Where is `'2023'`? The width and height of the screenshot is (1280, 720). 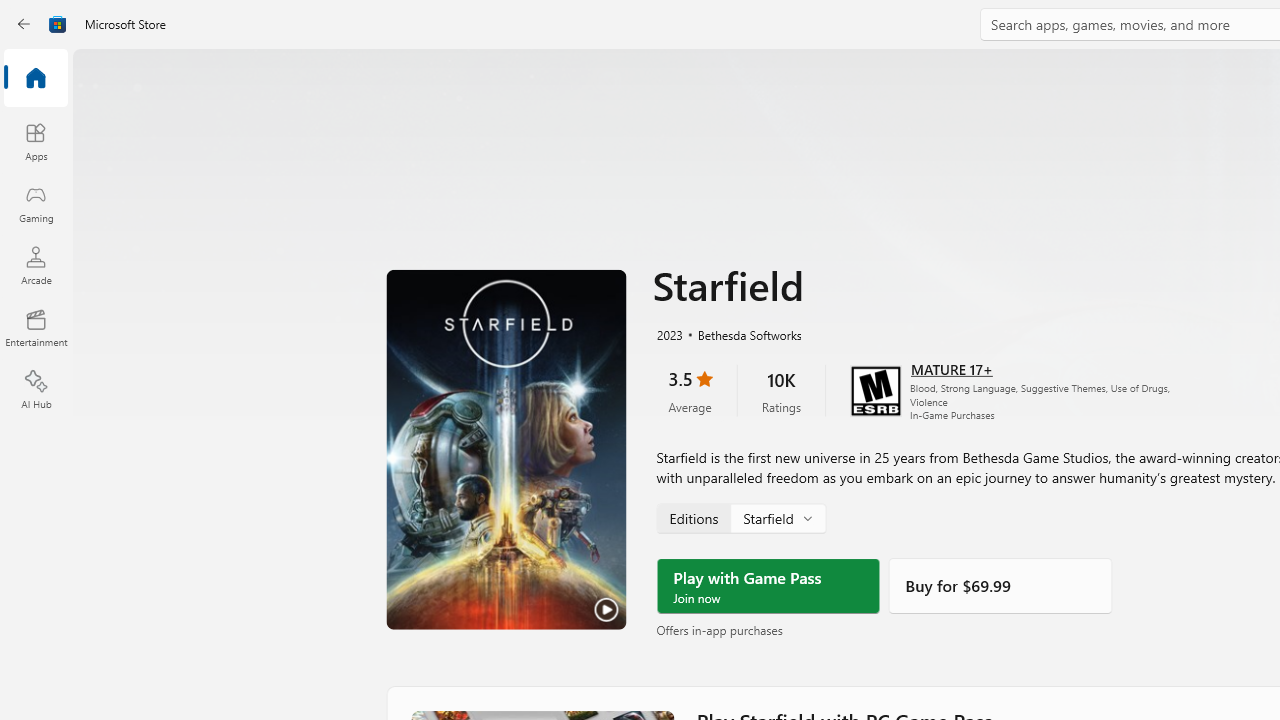
'2023' is located at coordinates (668, 332).